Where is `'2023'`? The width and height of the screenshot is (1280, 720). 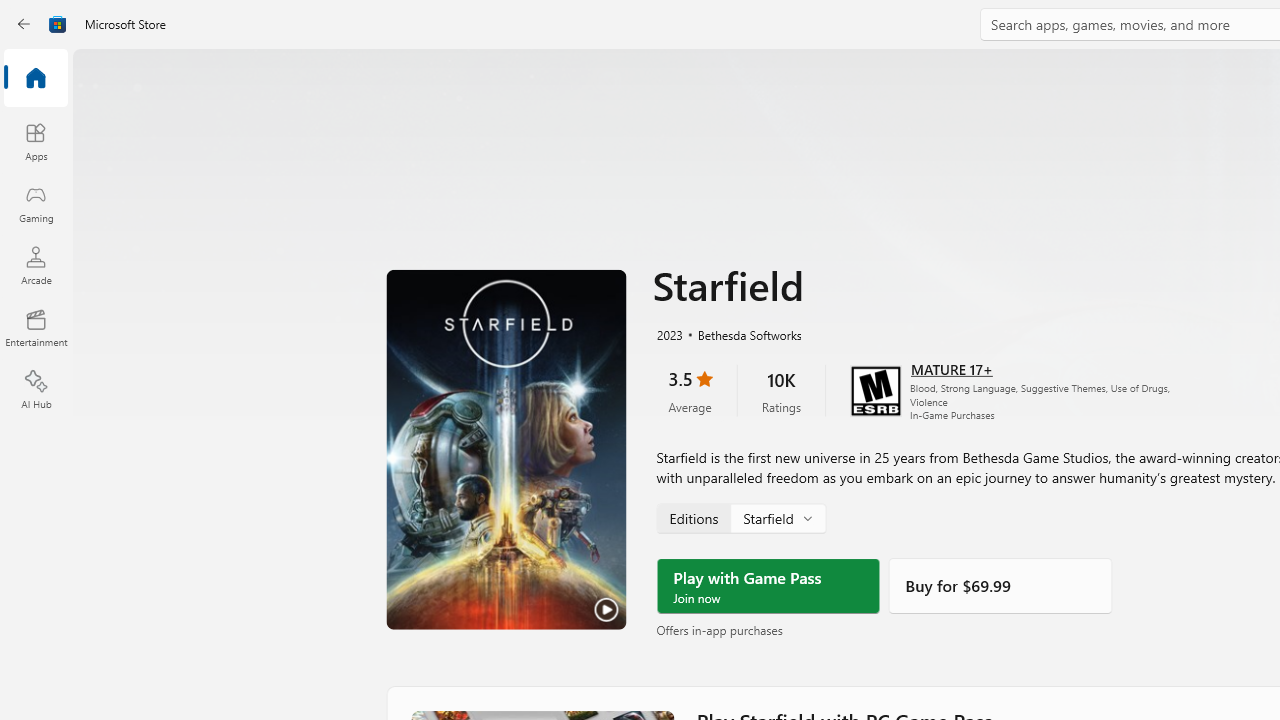
'2023' is located at coordinates (668, 332).